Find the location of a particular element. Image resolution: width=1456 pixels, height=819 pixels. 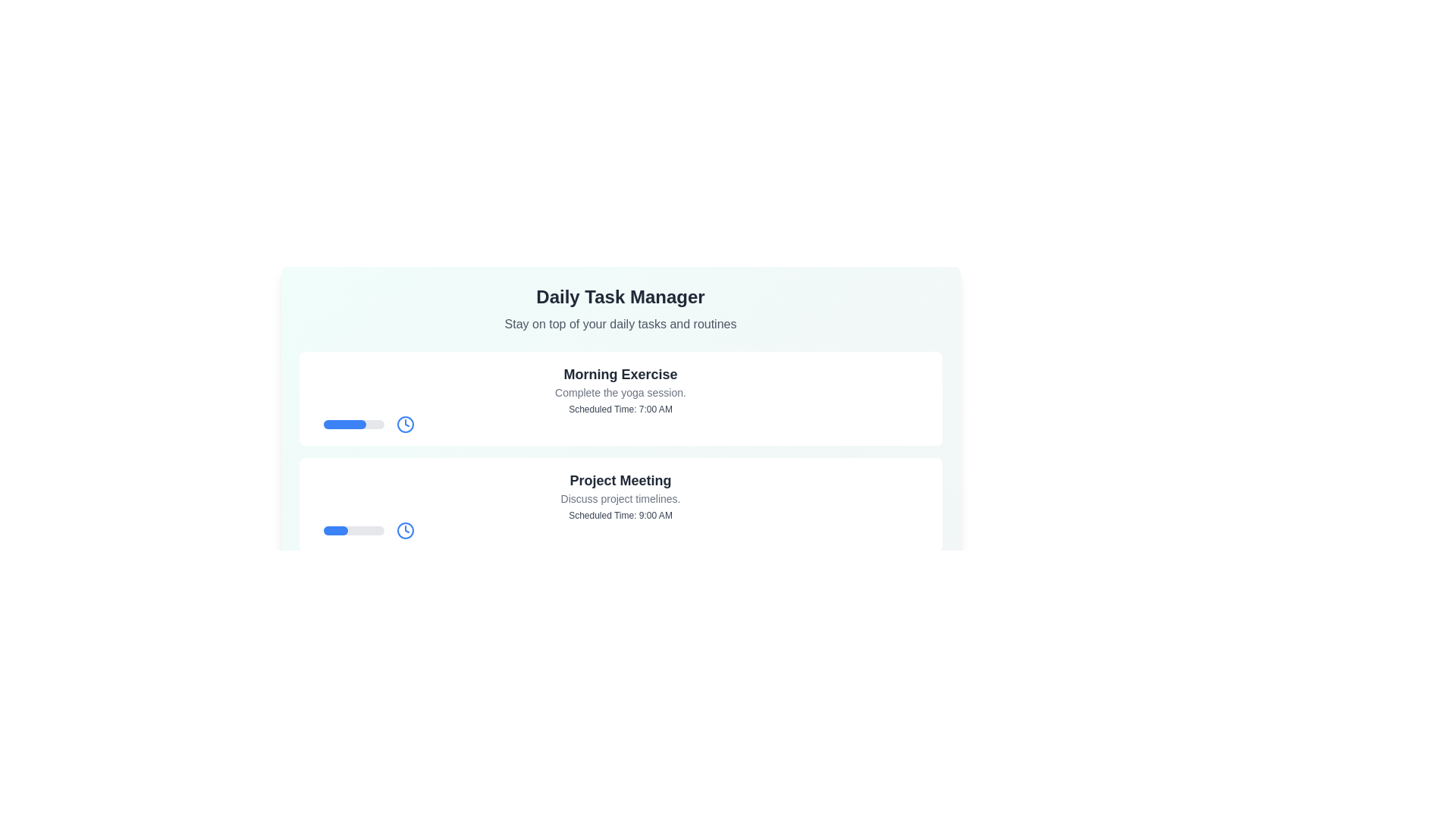

the graphical circle within the clock icon located on the right side of the progress bar for the 'Project Meeting' task, which enhances the visual representation of time-related functionality is located at coordinates (405, 529).